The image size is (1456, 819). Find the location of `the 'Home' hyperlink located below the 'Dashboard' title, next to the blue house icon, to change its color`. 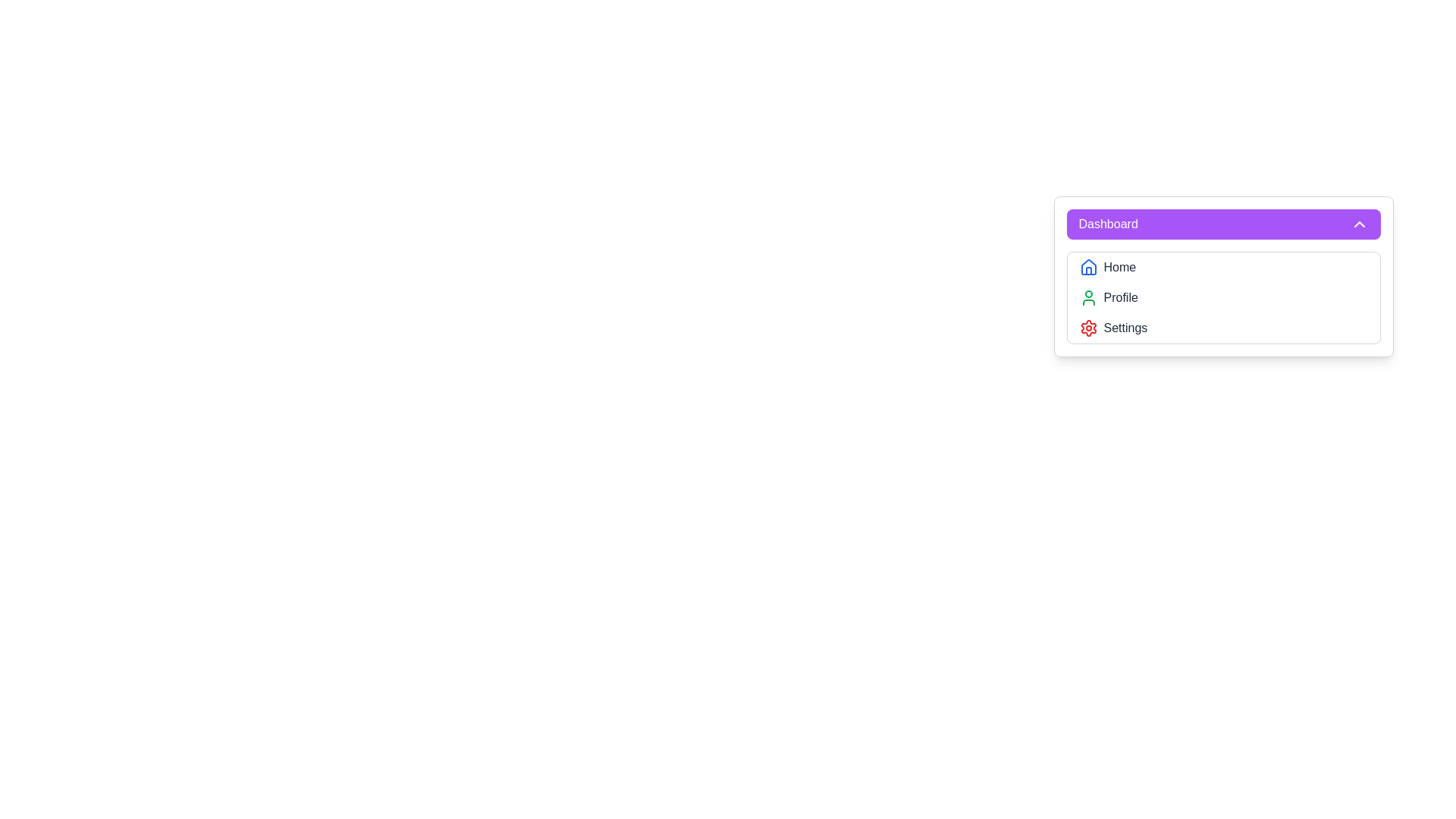

the 'Home' hyperlink located below the 'Dashboard' title, next to the blue house icon, to change its color is located at coordinates (1119, 267).